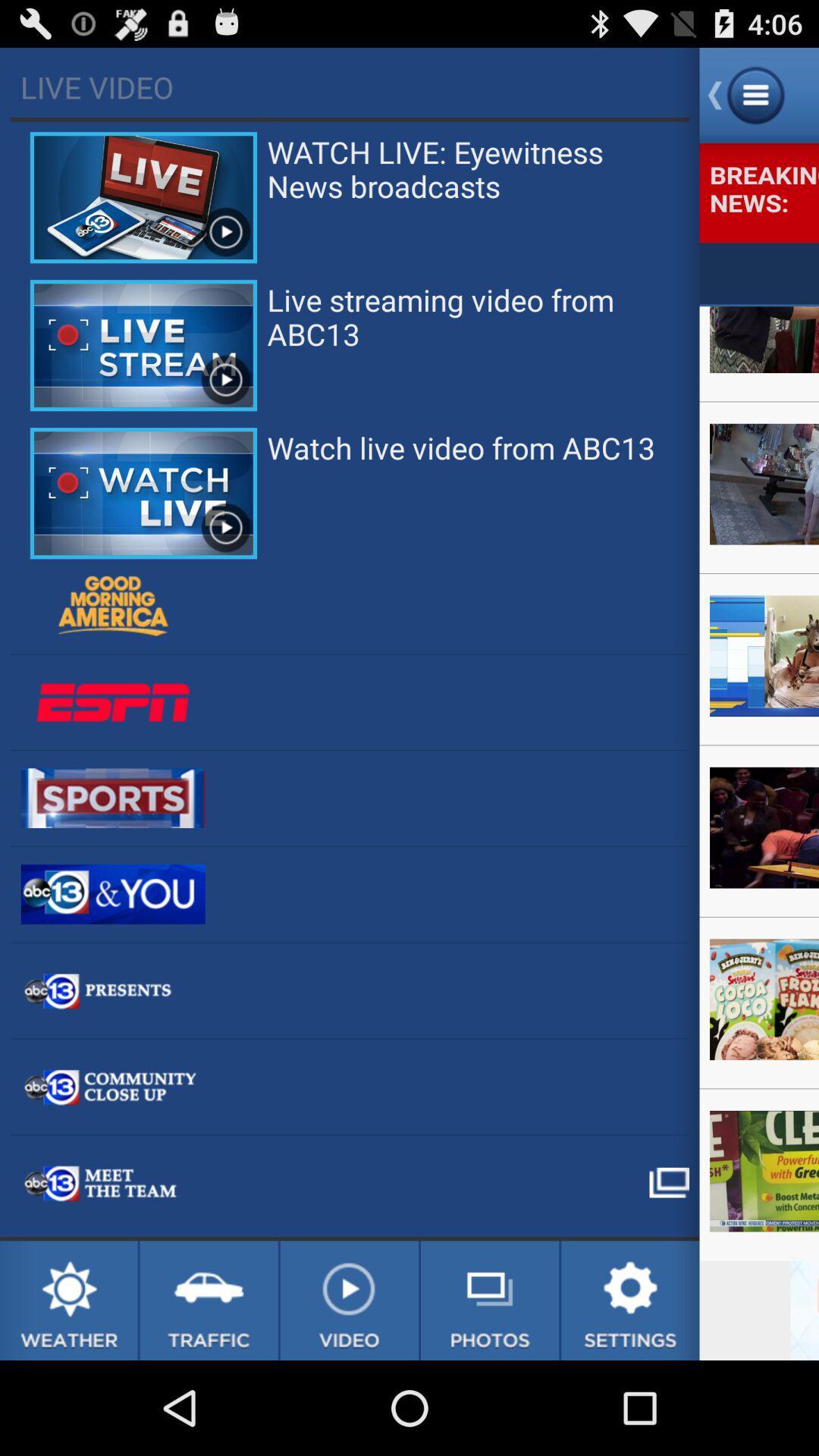  I want to click on photo feed, so click(490, 1300).